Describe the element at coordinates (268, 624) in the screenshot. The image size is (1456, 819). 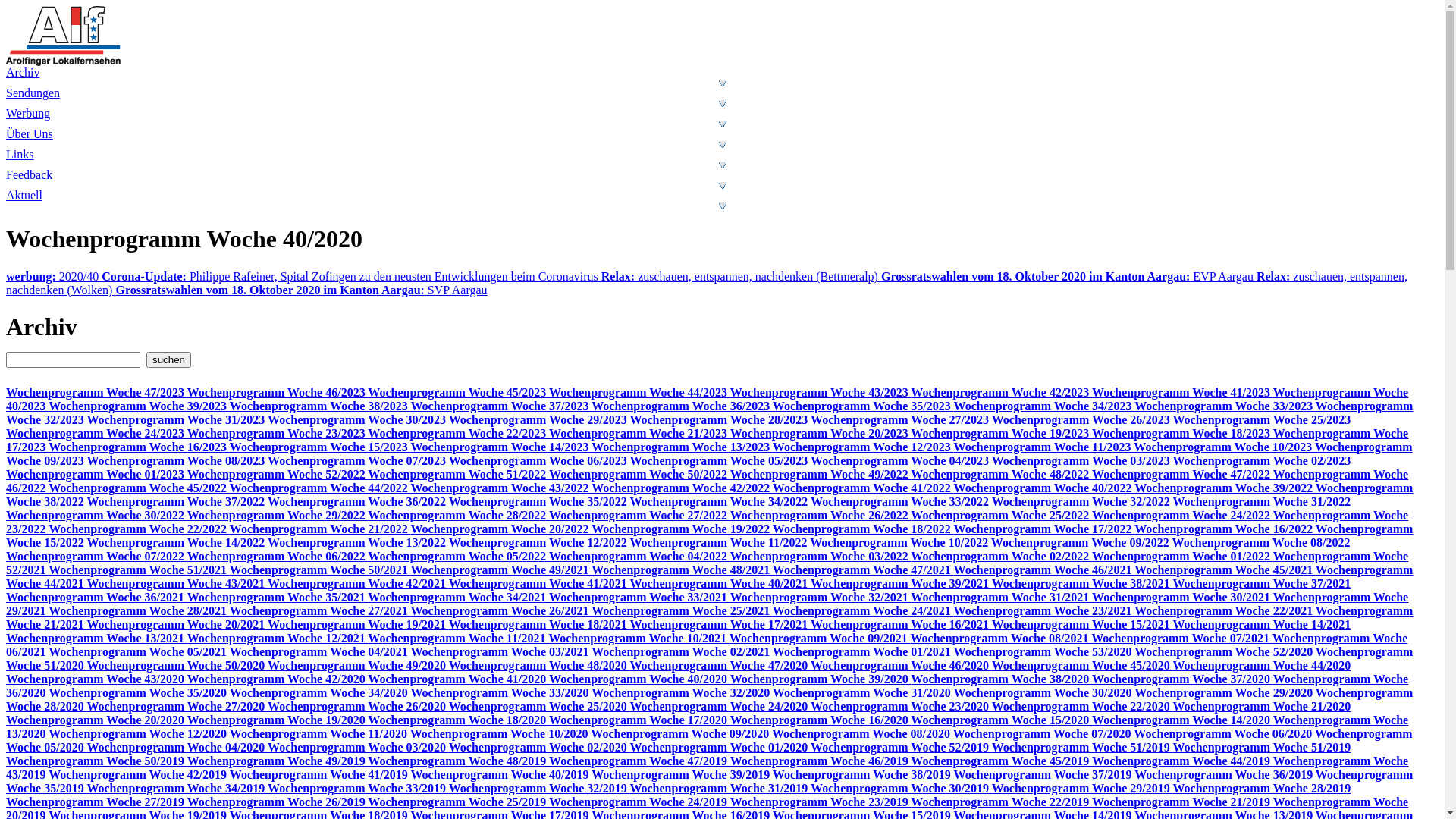
I see `'Wochenprogramm Woche 19/2021'` at that location.